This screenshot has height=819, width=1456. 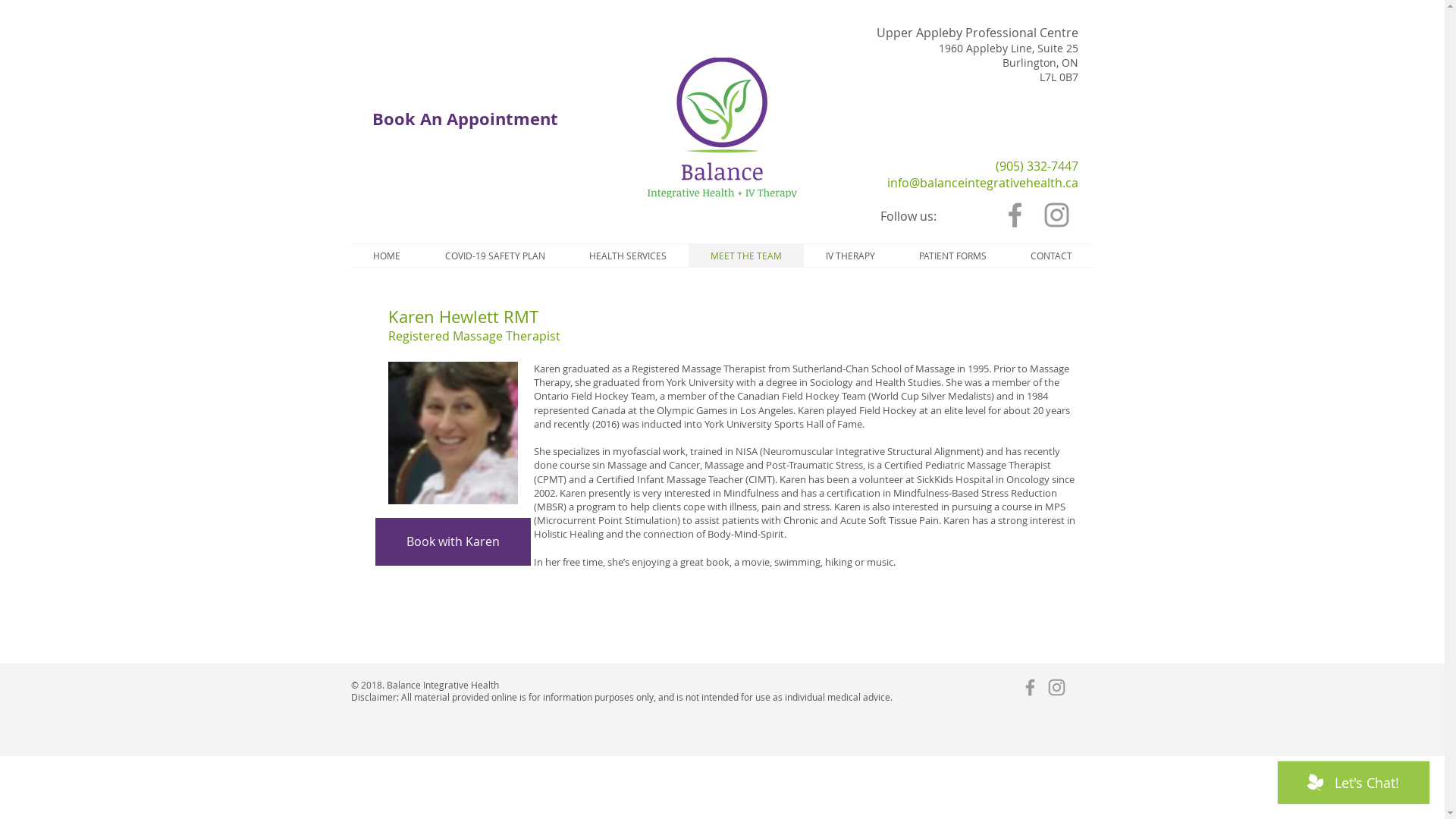 I want to click on 'HOME', so click(x=386, y=254).